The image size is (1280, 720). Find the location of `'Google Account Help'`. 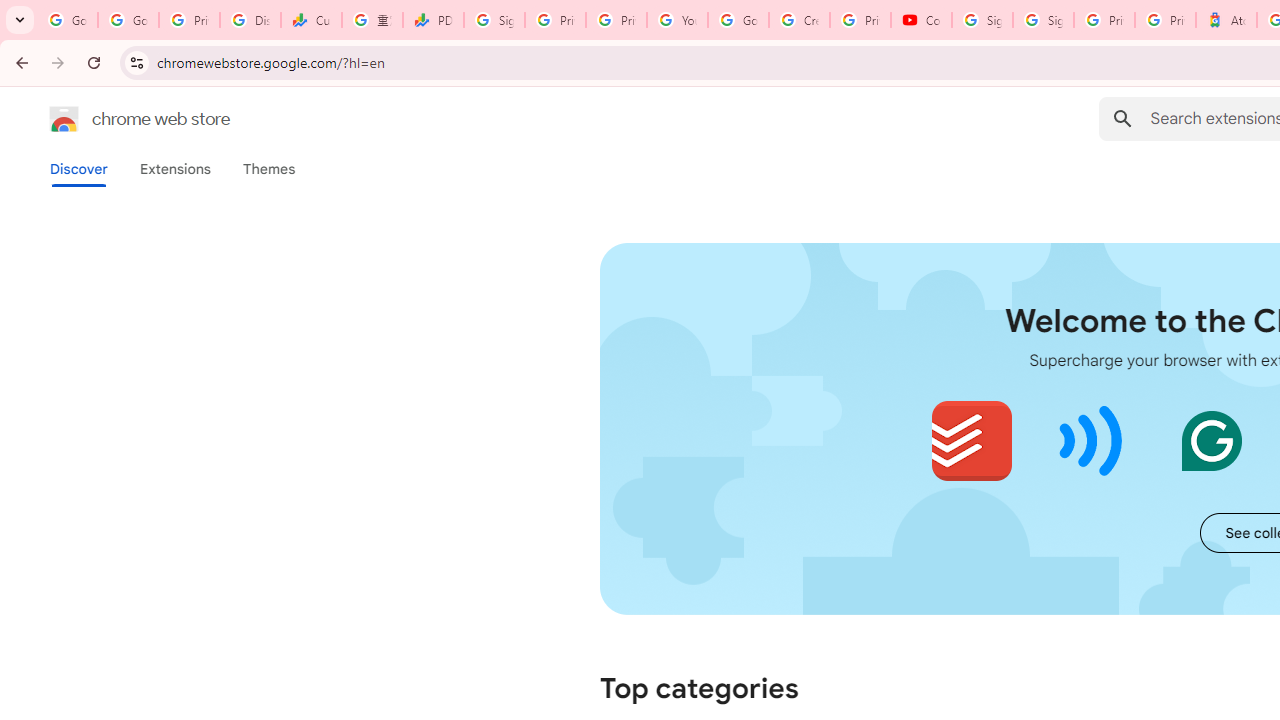

'Google Account Help' is located at coordinates (737, 20).